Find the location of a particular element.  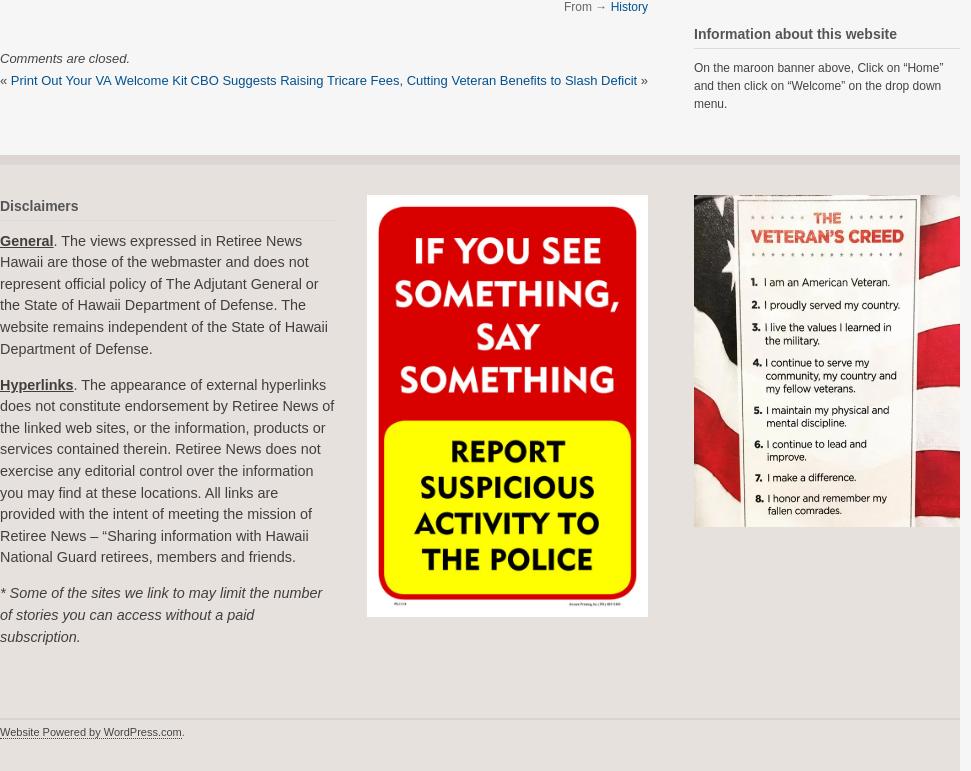

'Hyperlinks' is located at coordinates (36, 384).